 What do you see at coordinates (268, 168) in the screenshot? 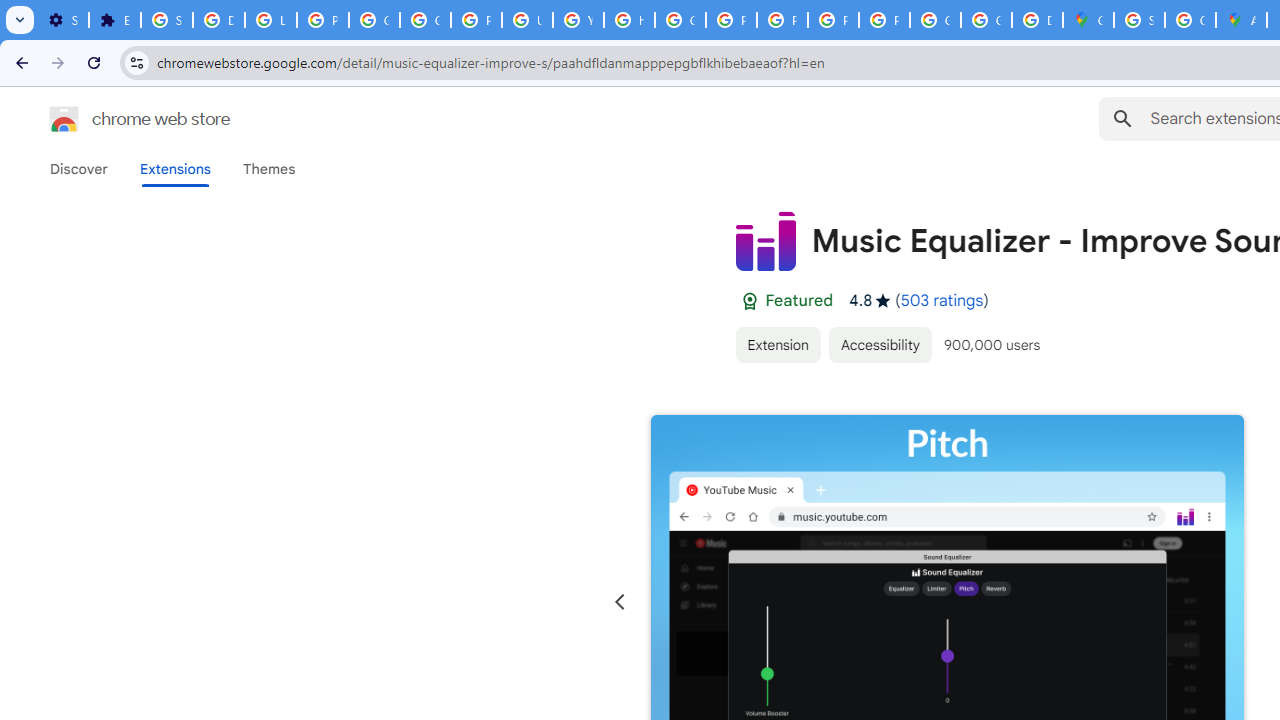
I see `'Themes'` at bounding box center [268, 168].